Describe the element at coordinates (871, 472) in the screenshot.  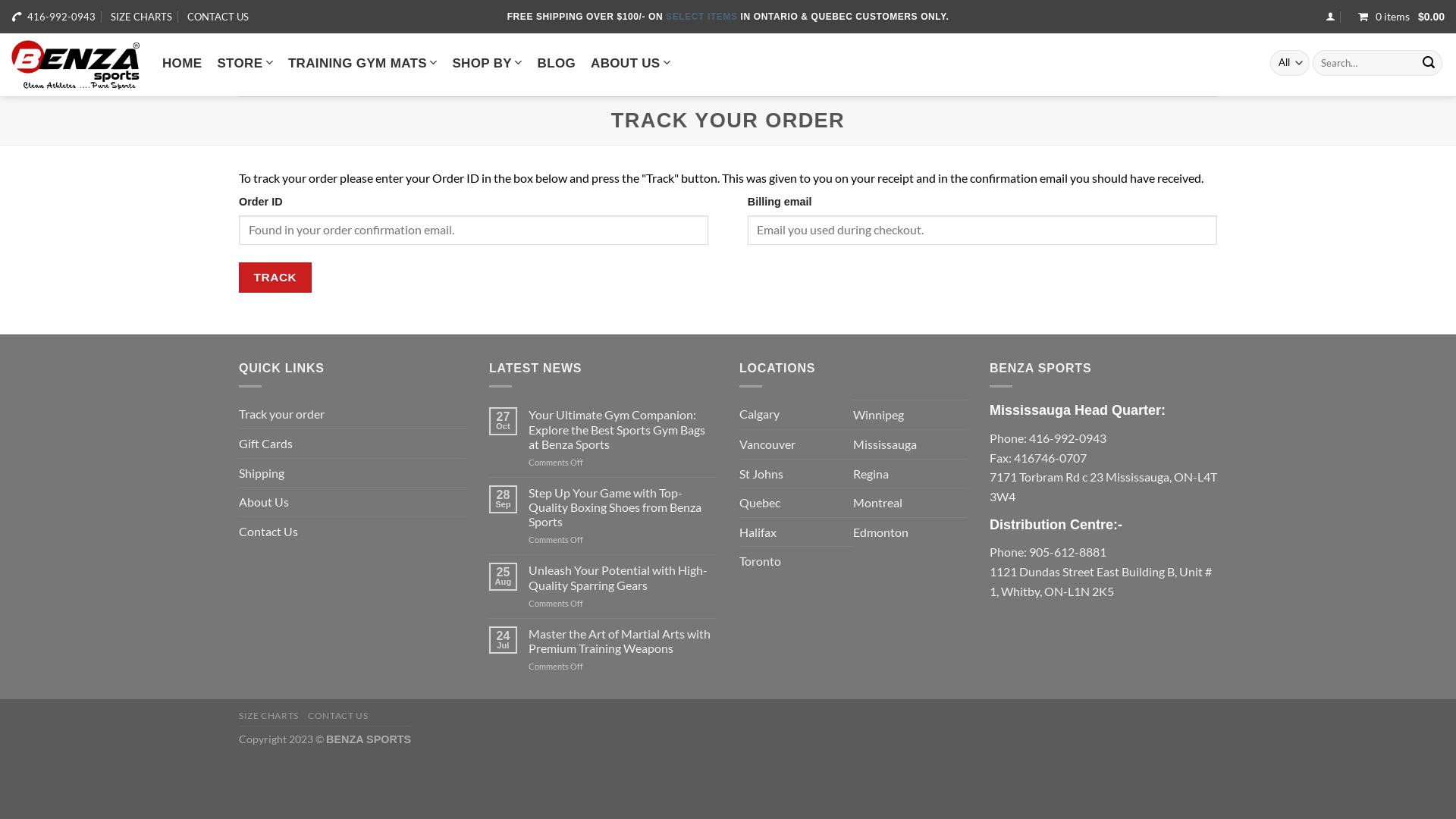
I see `'Regina'` at that location.